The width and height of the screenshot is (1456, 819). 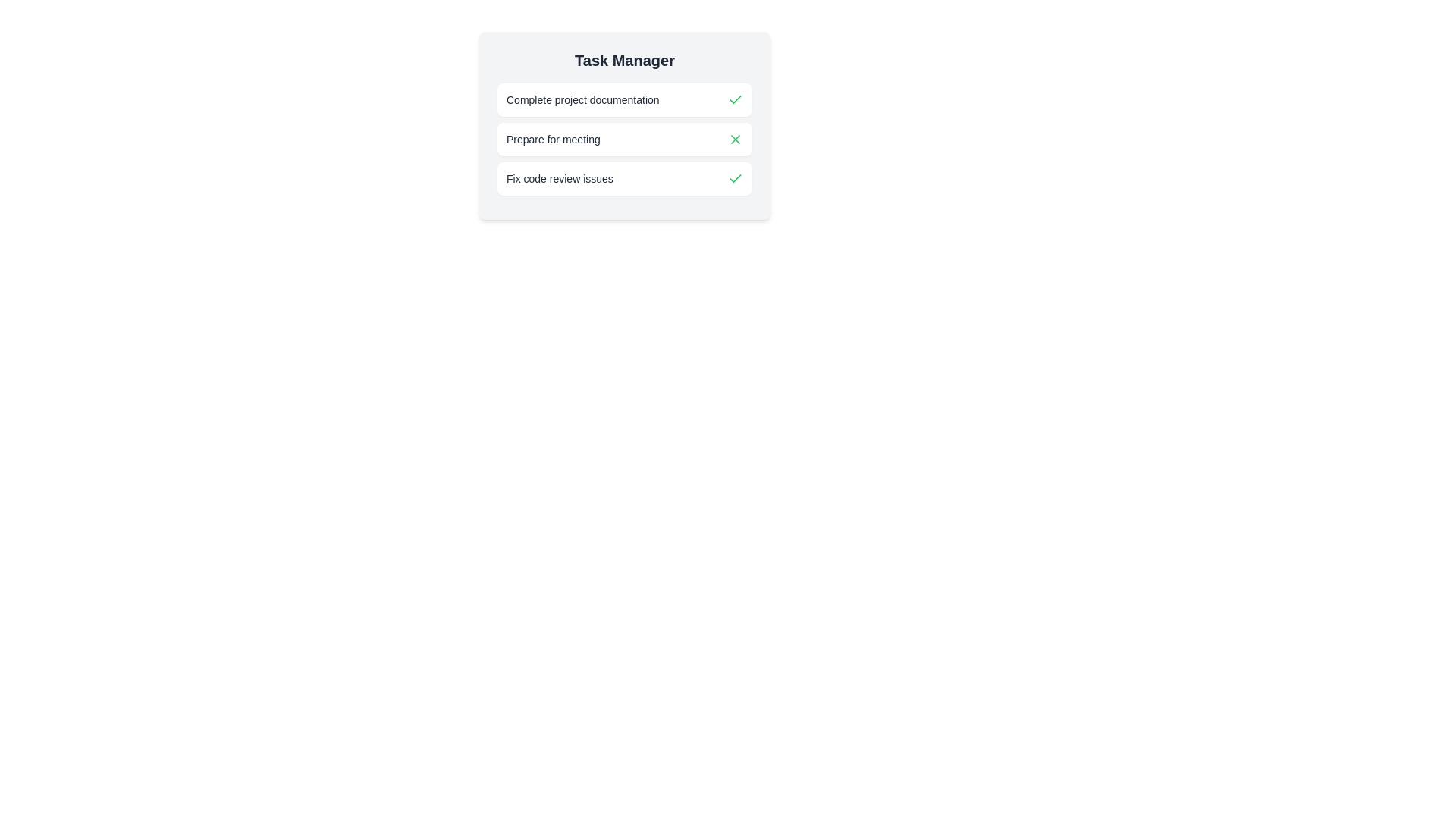 I want to click on the checkbox styled as an icon for keyboard interaction, located on the far right of the row labeled 'Fix code review issues', so click(x=735, y=177).